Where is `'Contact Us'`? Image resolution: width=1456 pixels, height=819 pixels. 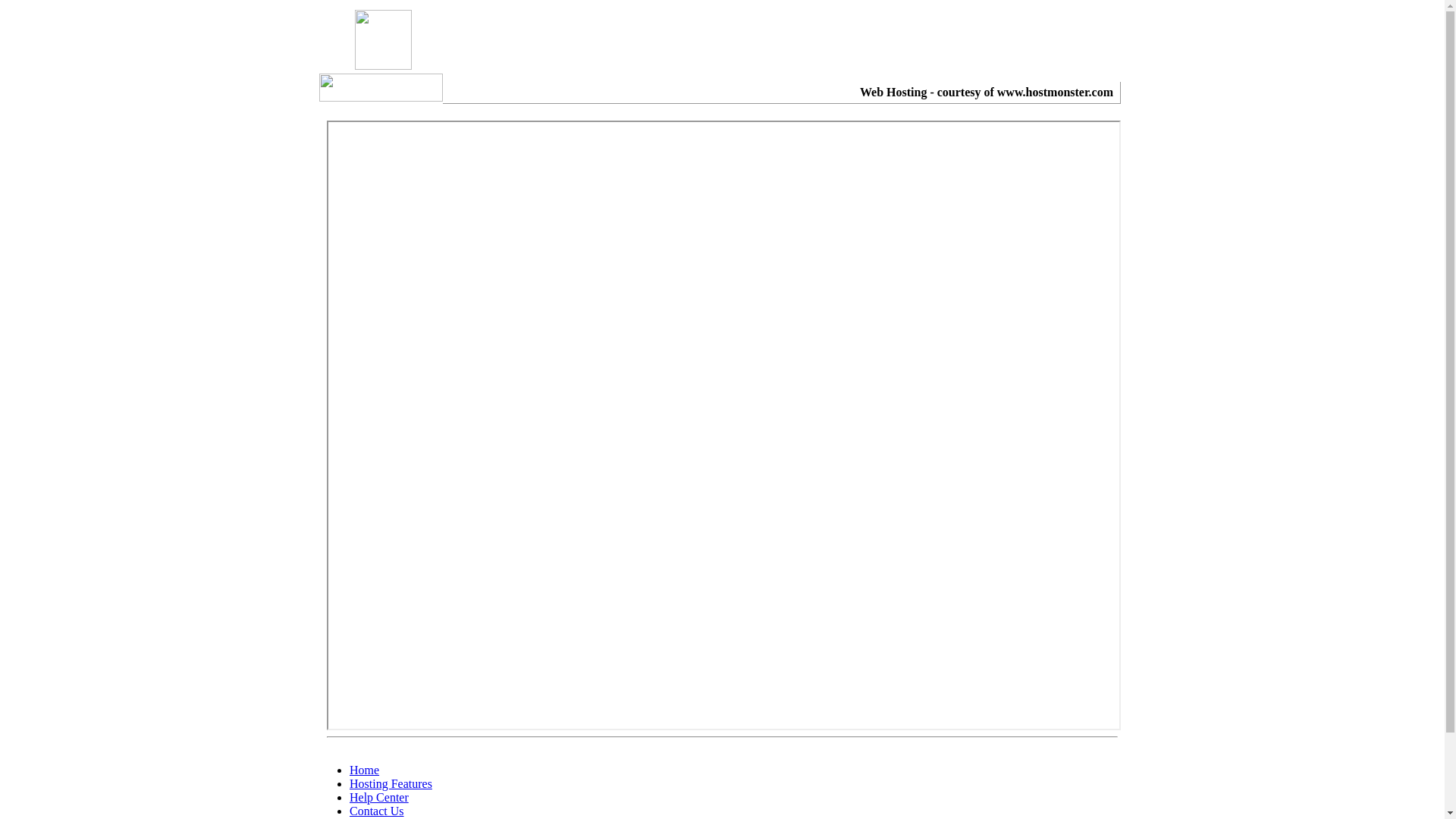 'Contact Us' is located at coordinates (377, 810).